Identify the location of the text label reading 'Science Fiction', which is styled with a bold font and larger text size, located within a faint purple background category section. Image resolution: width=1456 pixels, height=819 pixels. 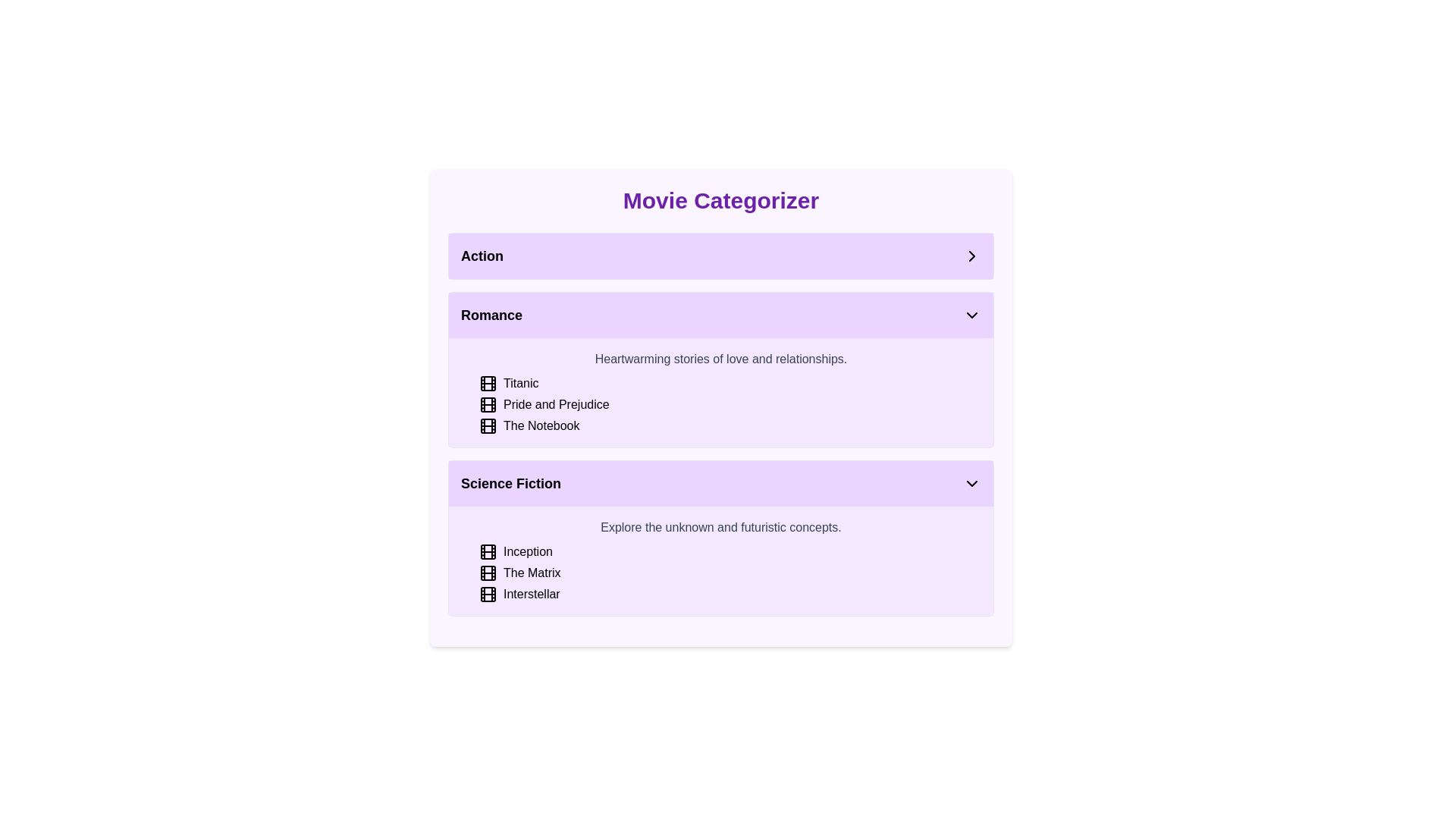
(511, 483).